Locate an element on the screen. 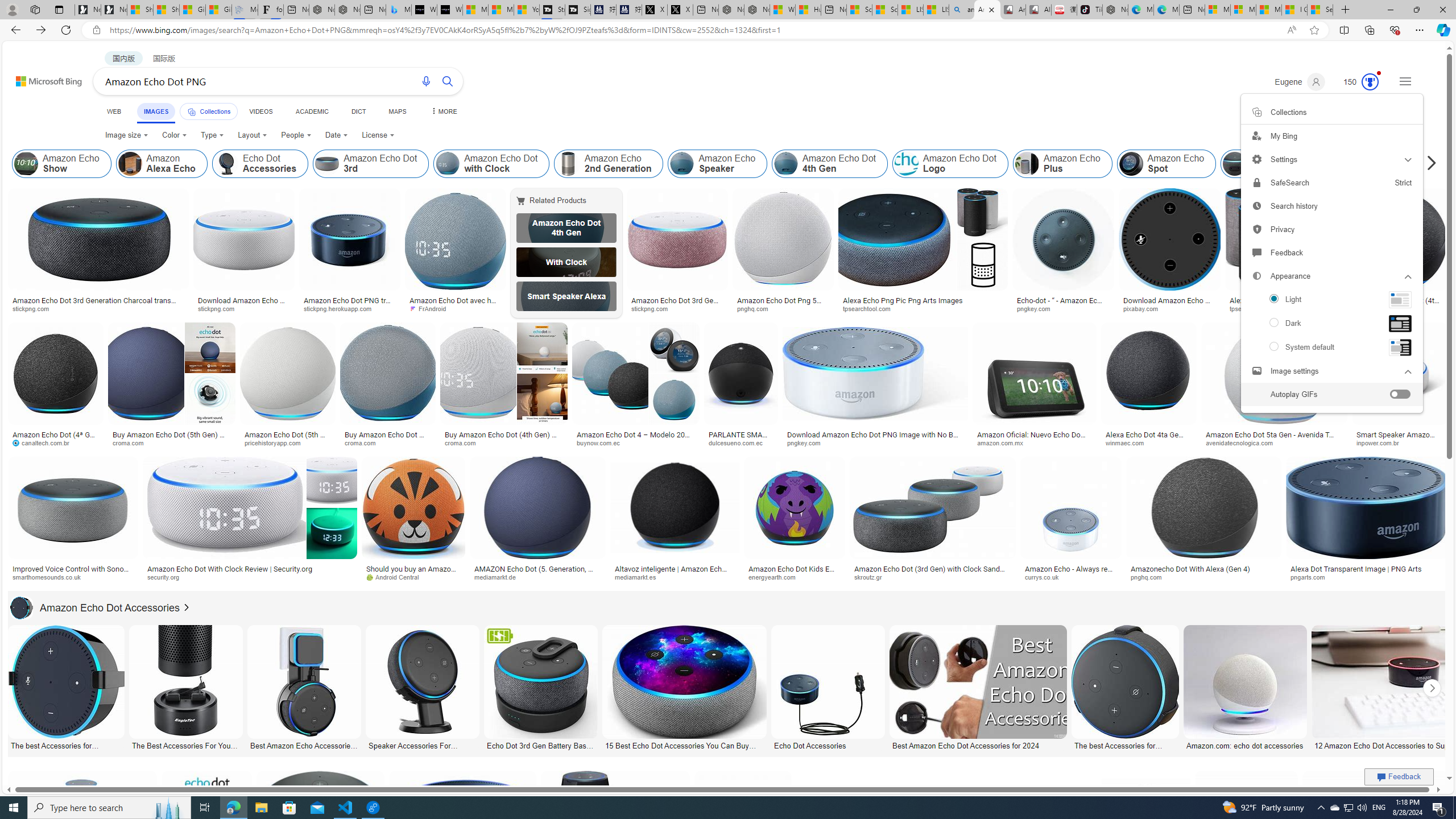 The width and height of the screenshot is (1456, 819). 'Nordace - Best Sellers' is located at coordinates (1115, 9).